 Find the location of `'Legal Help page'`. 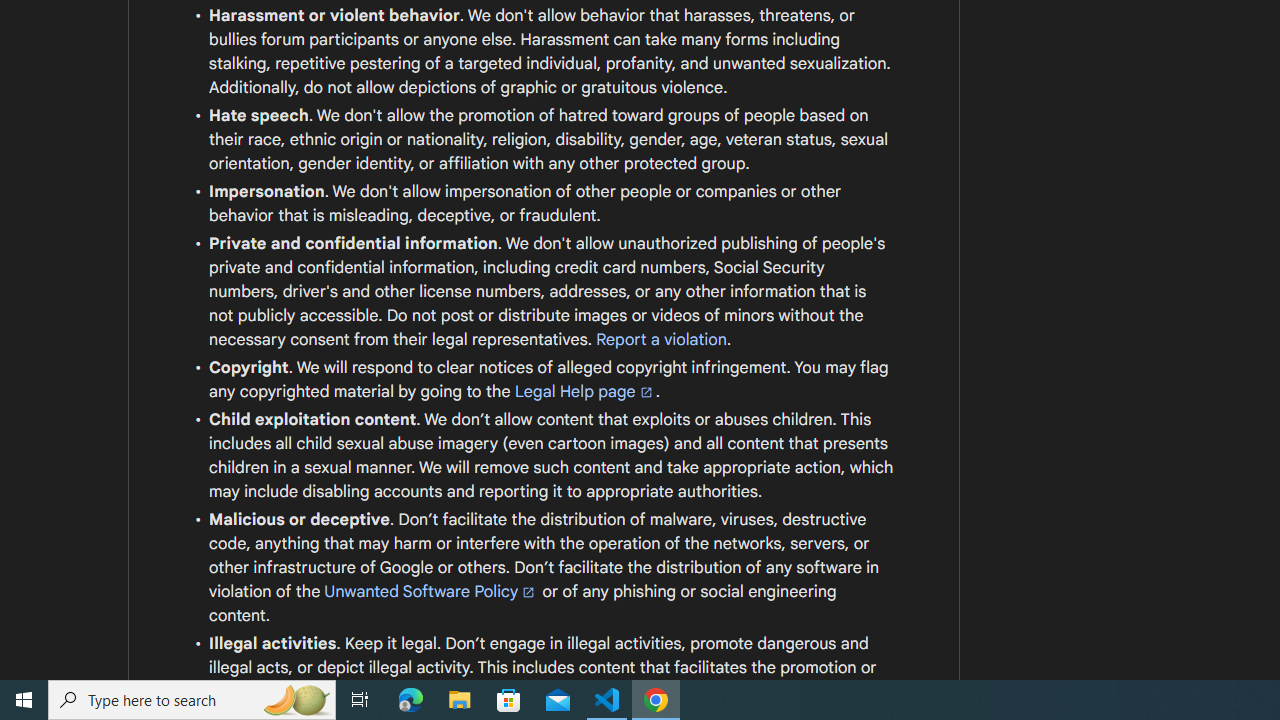

'Legal Help page' is located at coordinates (583, 392).